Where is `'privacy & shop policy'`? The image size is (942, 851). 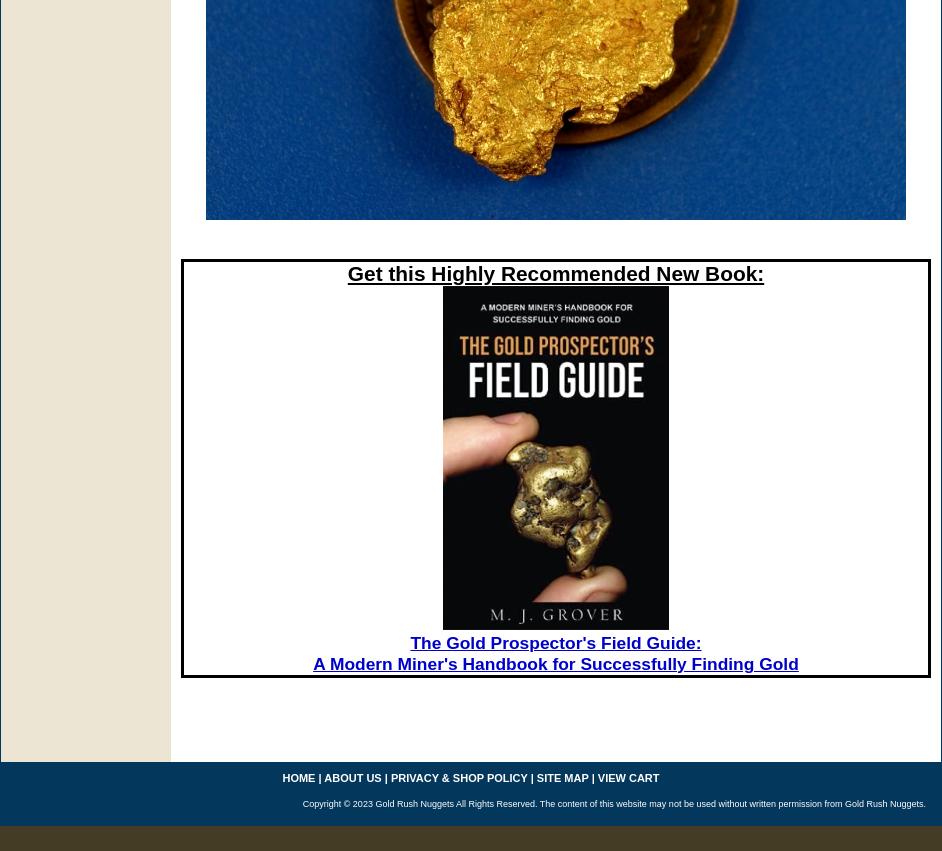
'privacy & shop policy' is located at coordinates (457, 776).